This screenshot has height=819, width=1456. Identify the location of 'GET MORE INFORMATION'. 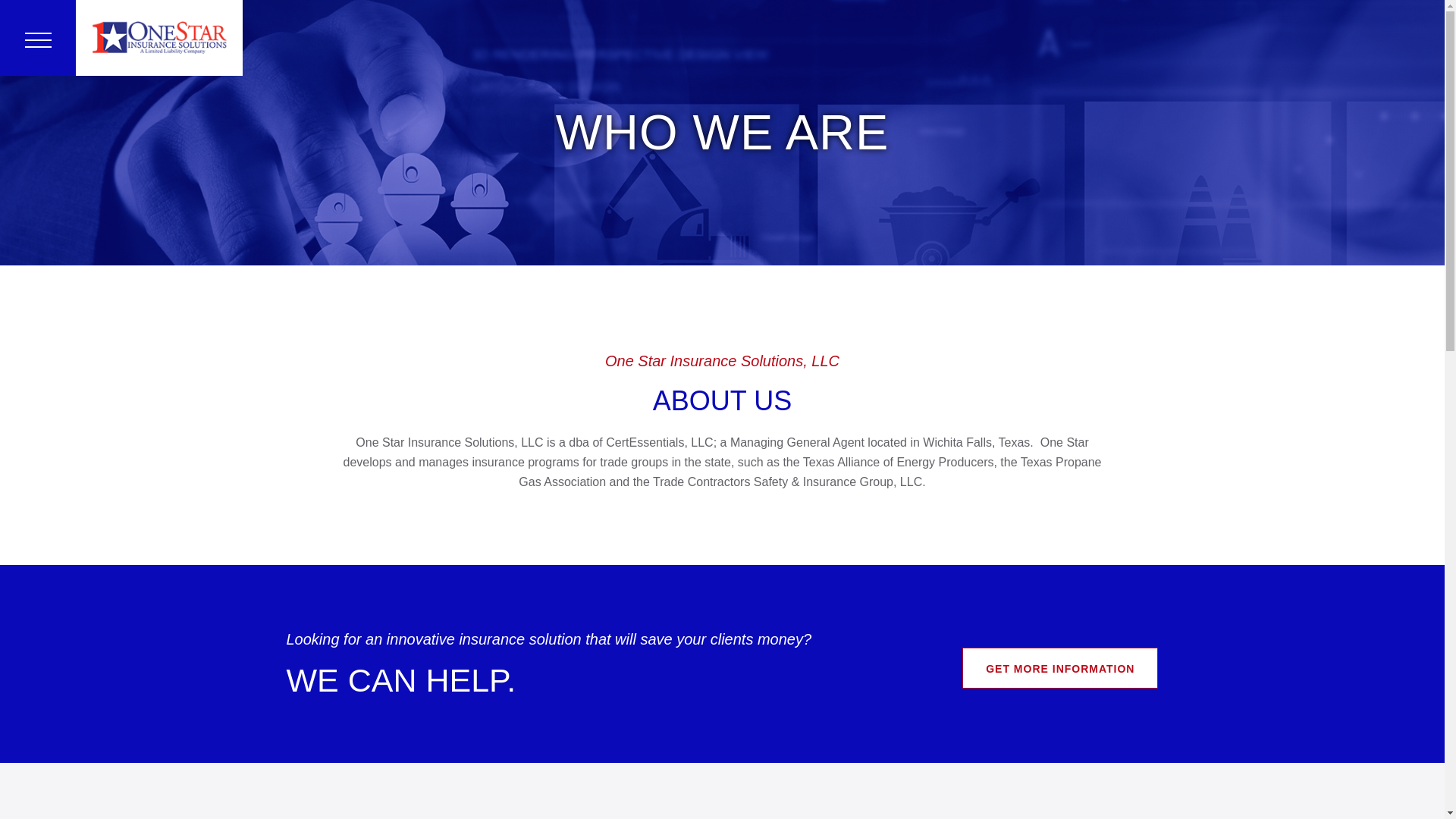
(1059, 667).